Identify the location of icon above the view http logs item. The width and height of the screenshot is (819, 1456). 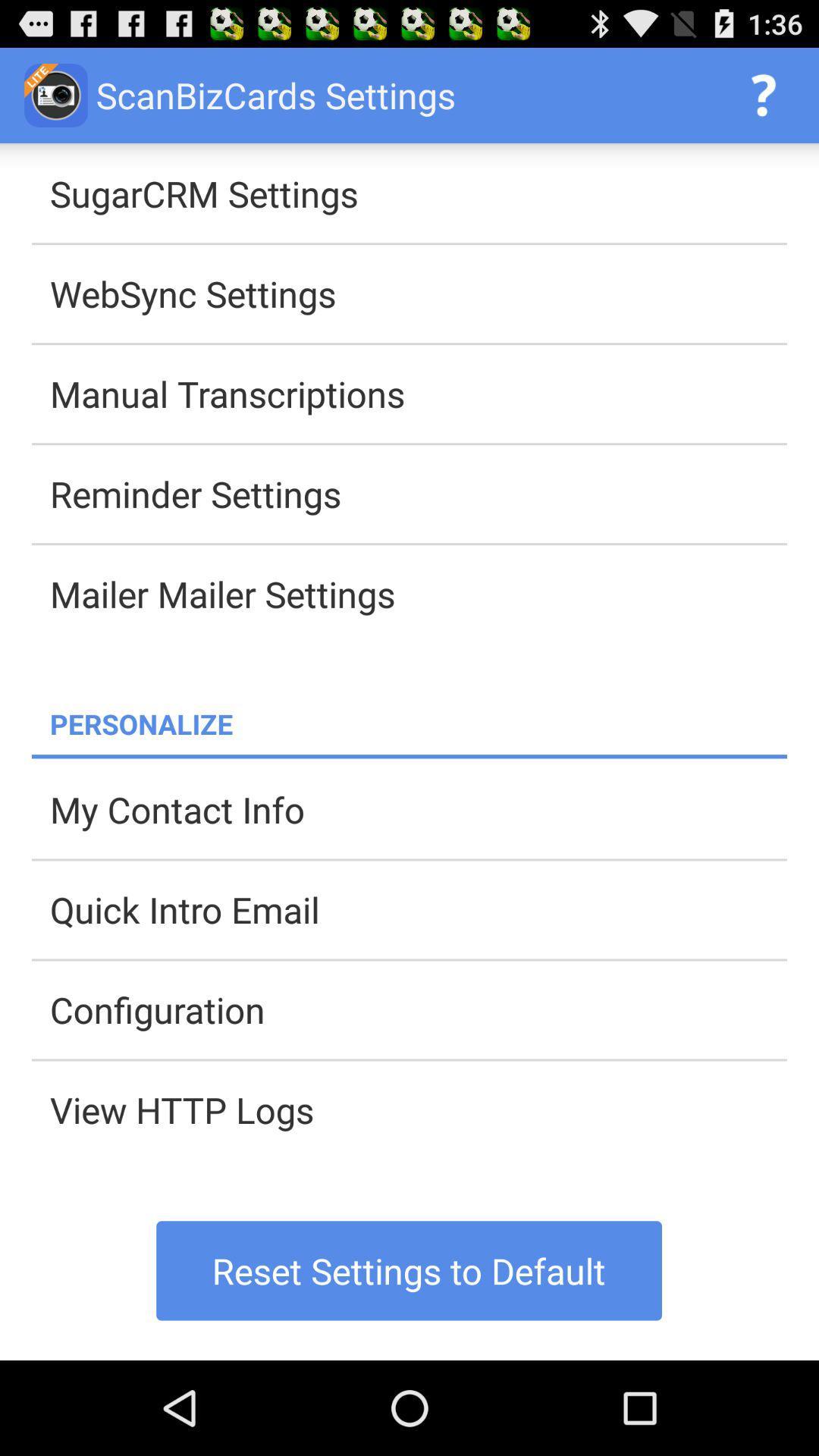
(418, 1009).